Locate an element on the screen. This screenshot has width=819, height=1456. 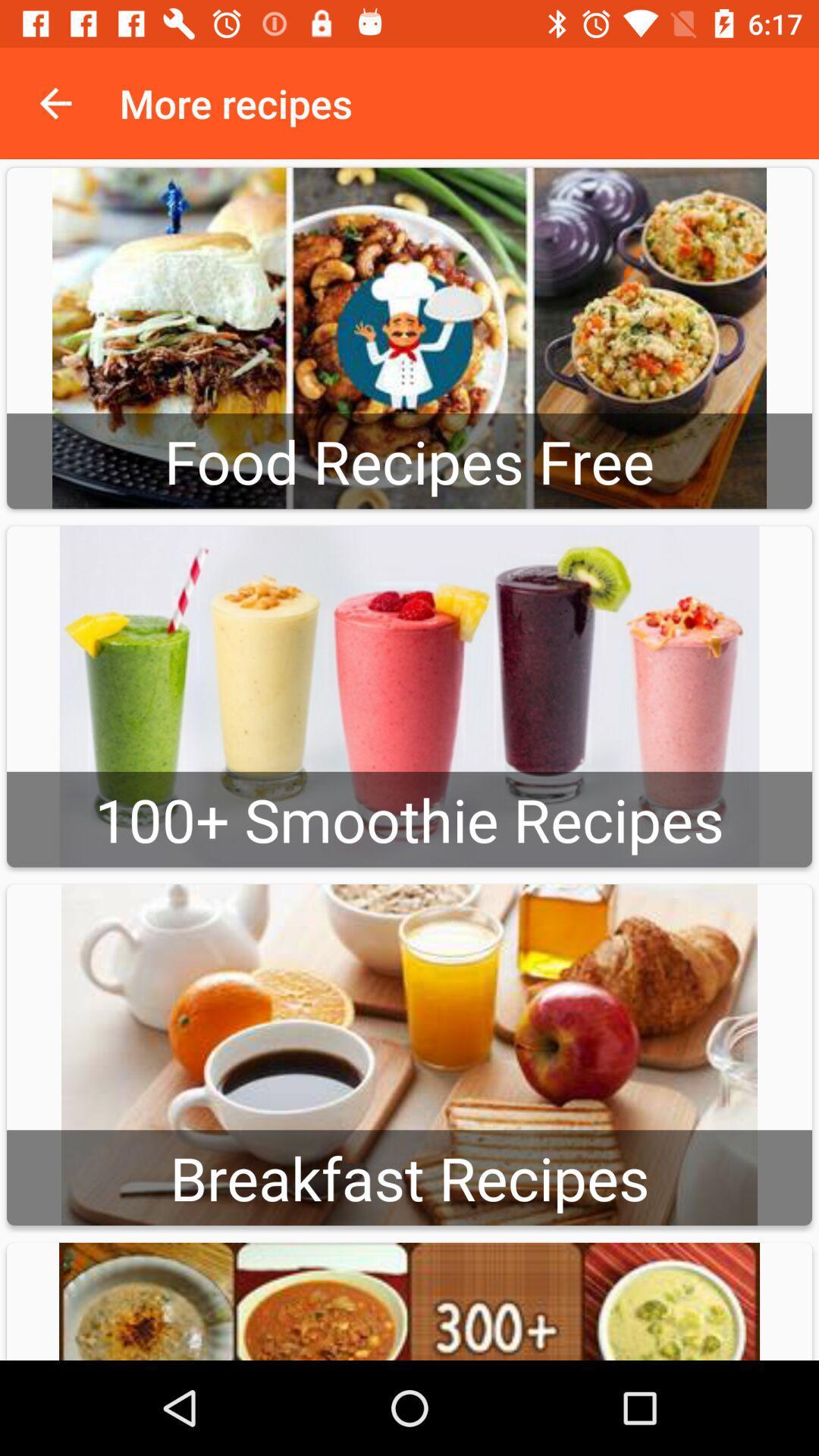
the item next to more recipes item is located at coordinates (55, 102).